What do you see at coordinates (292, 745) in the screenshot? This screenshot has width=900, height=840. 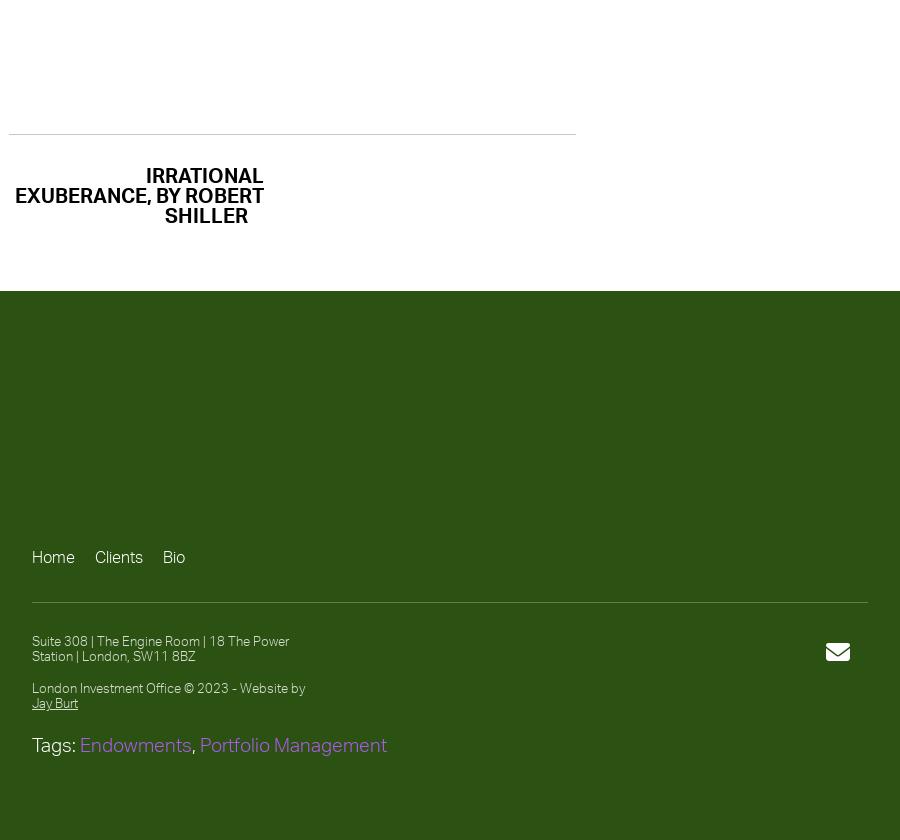 I see `'Portfolio Management'` at bounding box center [292, 745].